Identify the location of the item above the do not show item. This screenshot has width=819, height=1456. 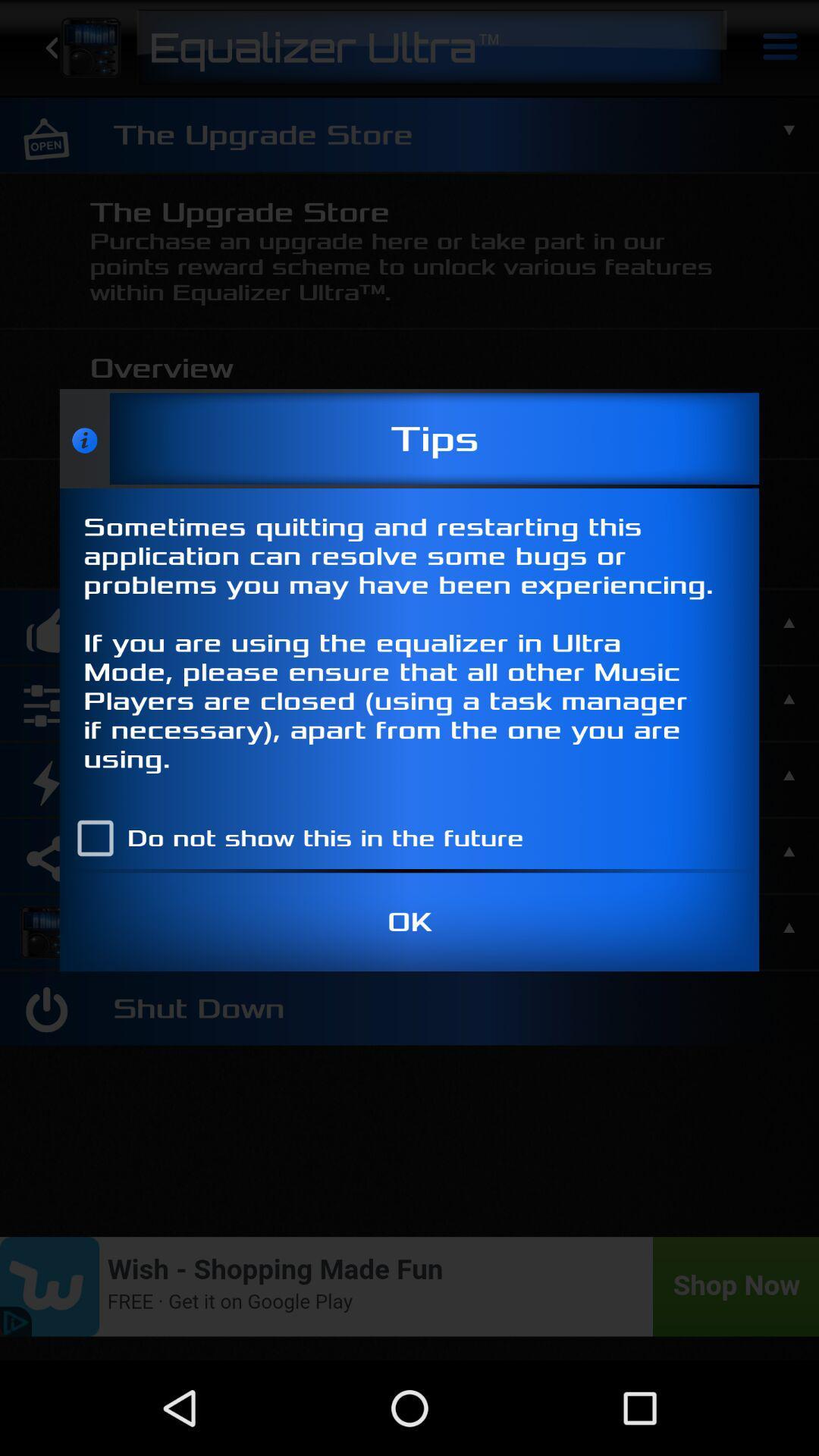
(409, 648).